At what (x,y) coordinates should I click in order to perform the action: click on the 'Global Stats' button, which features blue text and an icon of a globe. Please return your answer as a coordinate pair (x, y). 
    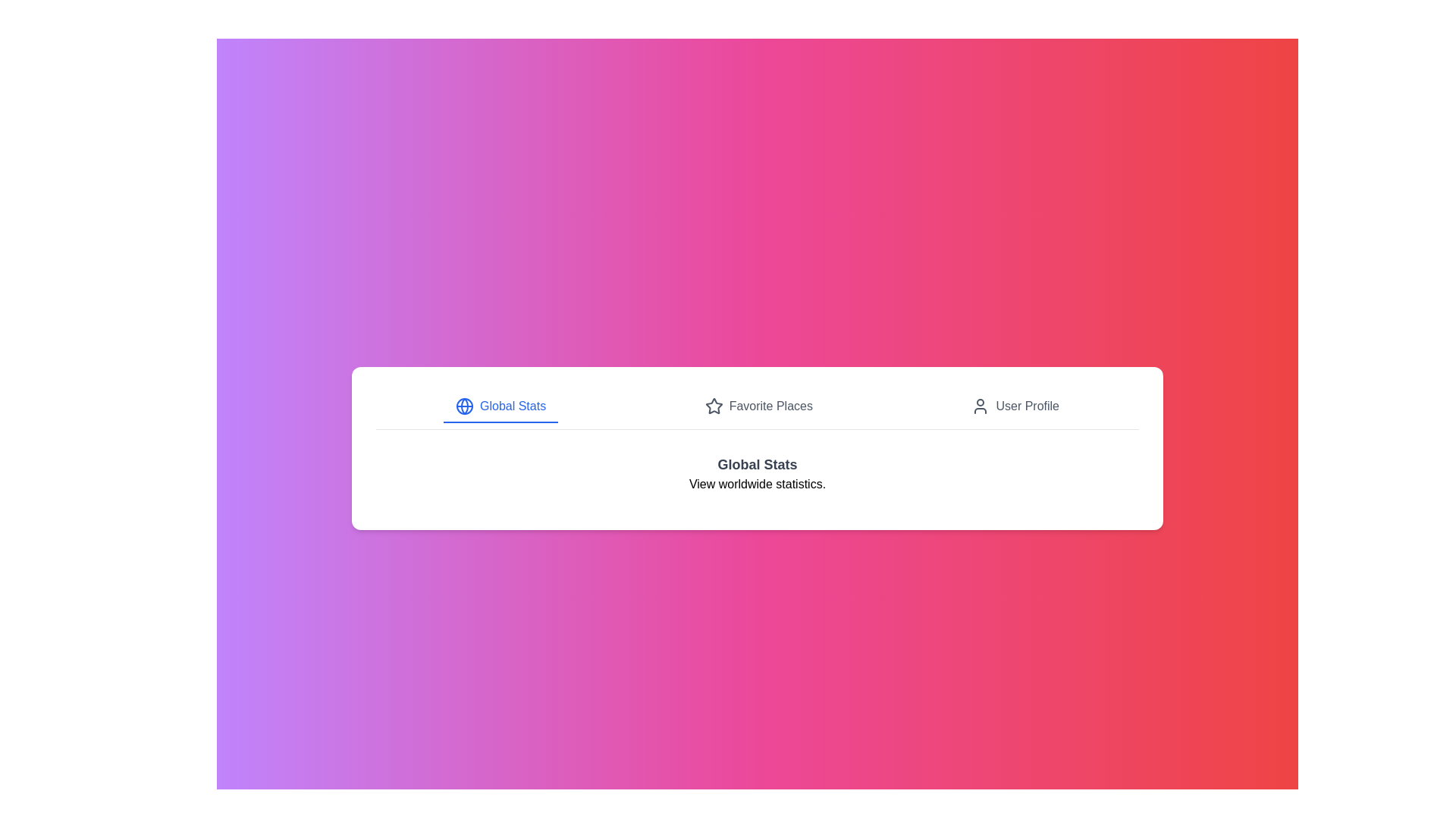
    Looking at the image, I should click on (500, 406).